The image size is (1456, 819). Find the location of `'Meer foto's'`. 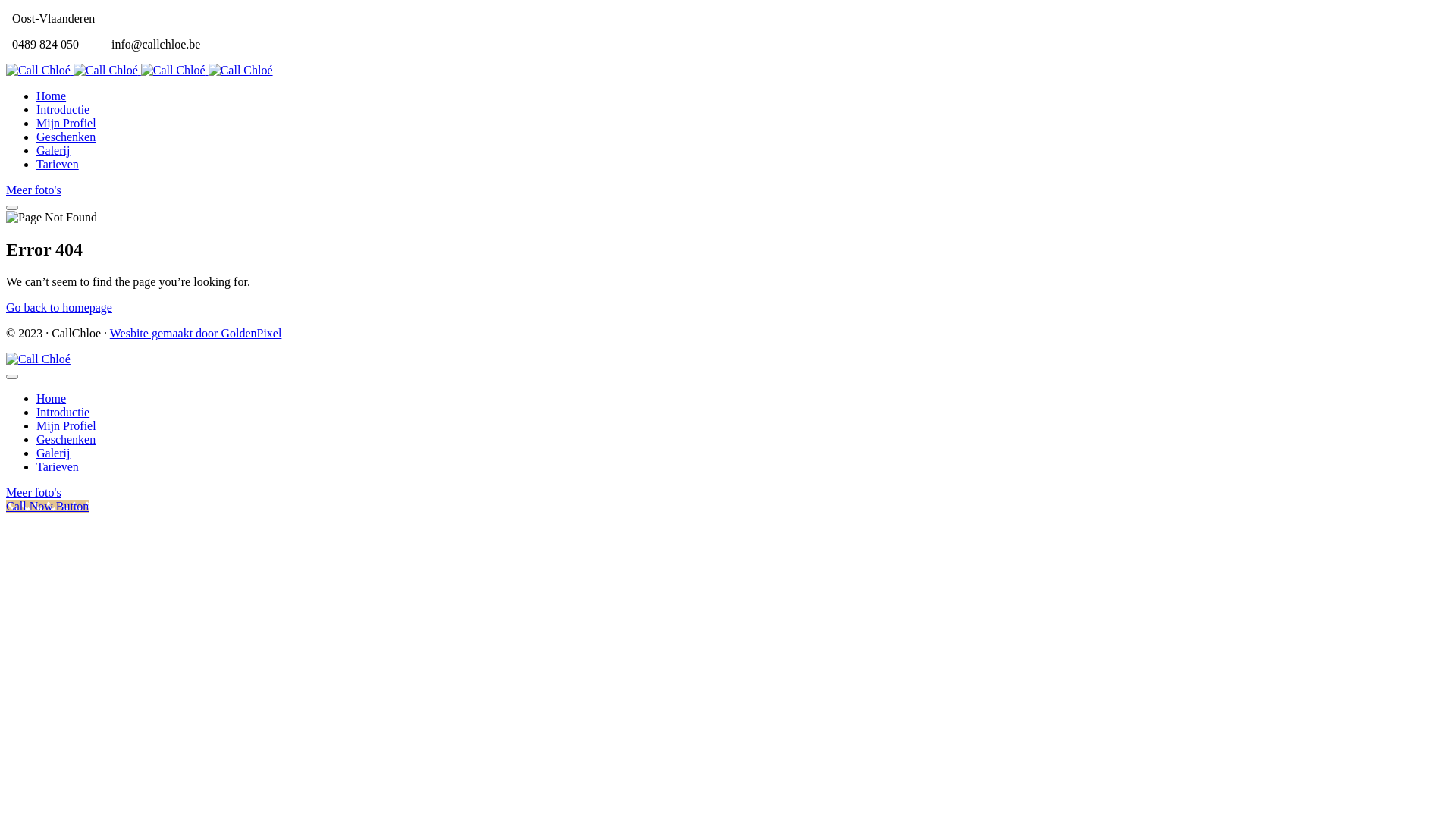

'Meer foto's' is located at coordinates (33, 189).